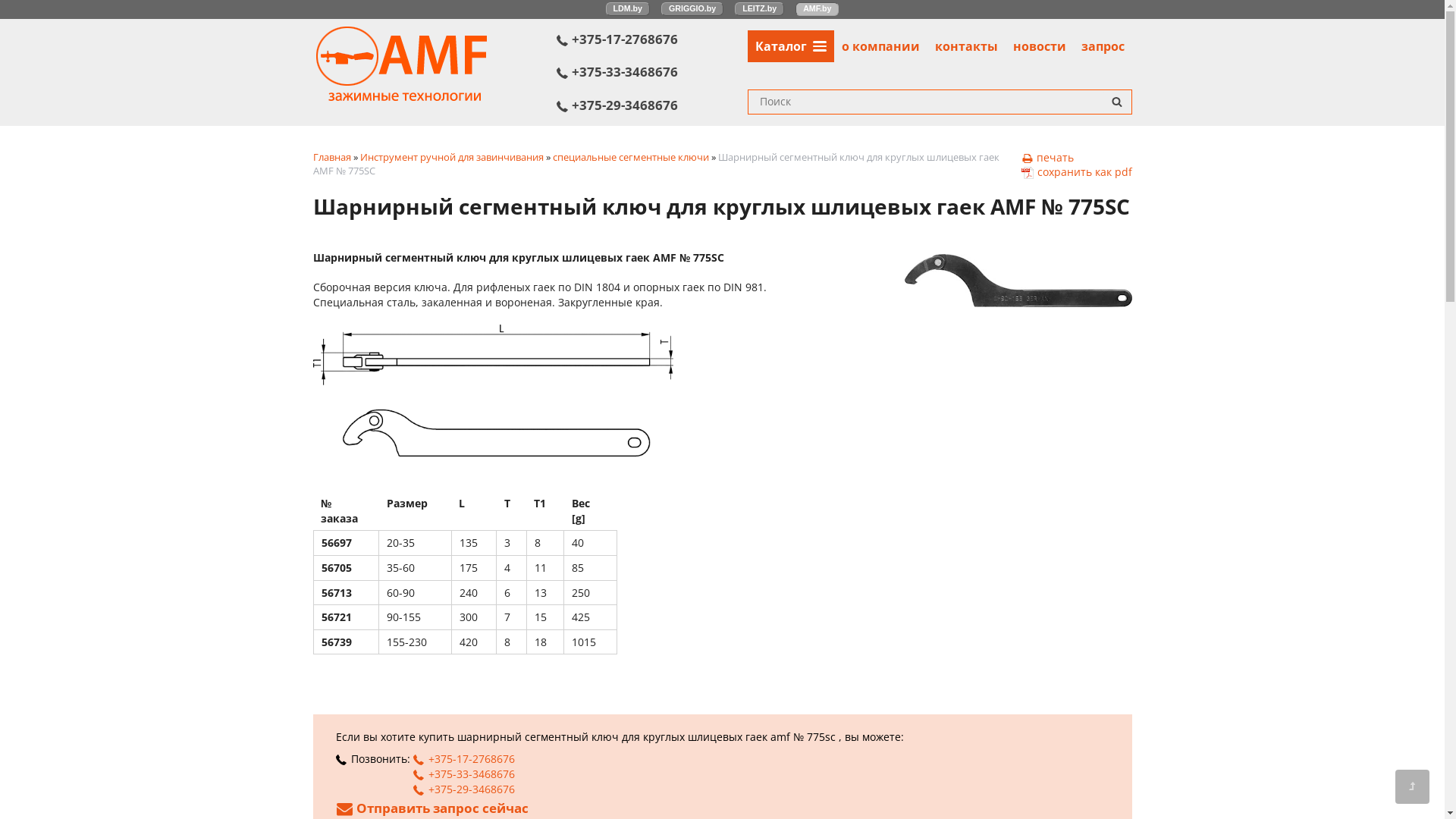 Image resolution: width=1456 pixels, height=819 pixels. Describe the element at coordinates (628, 8) in the screenshot. I see `'LDM.by'` at that location.